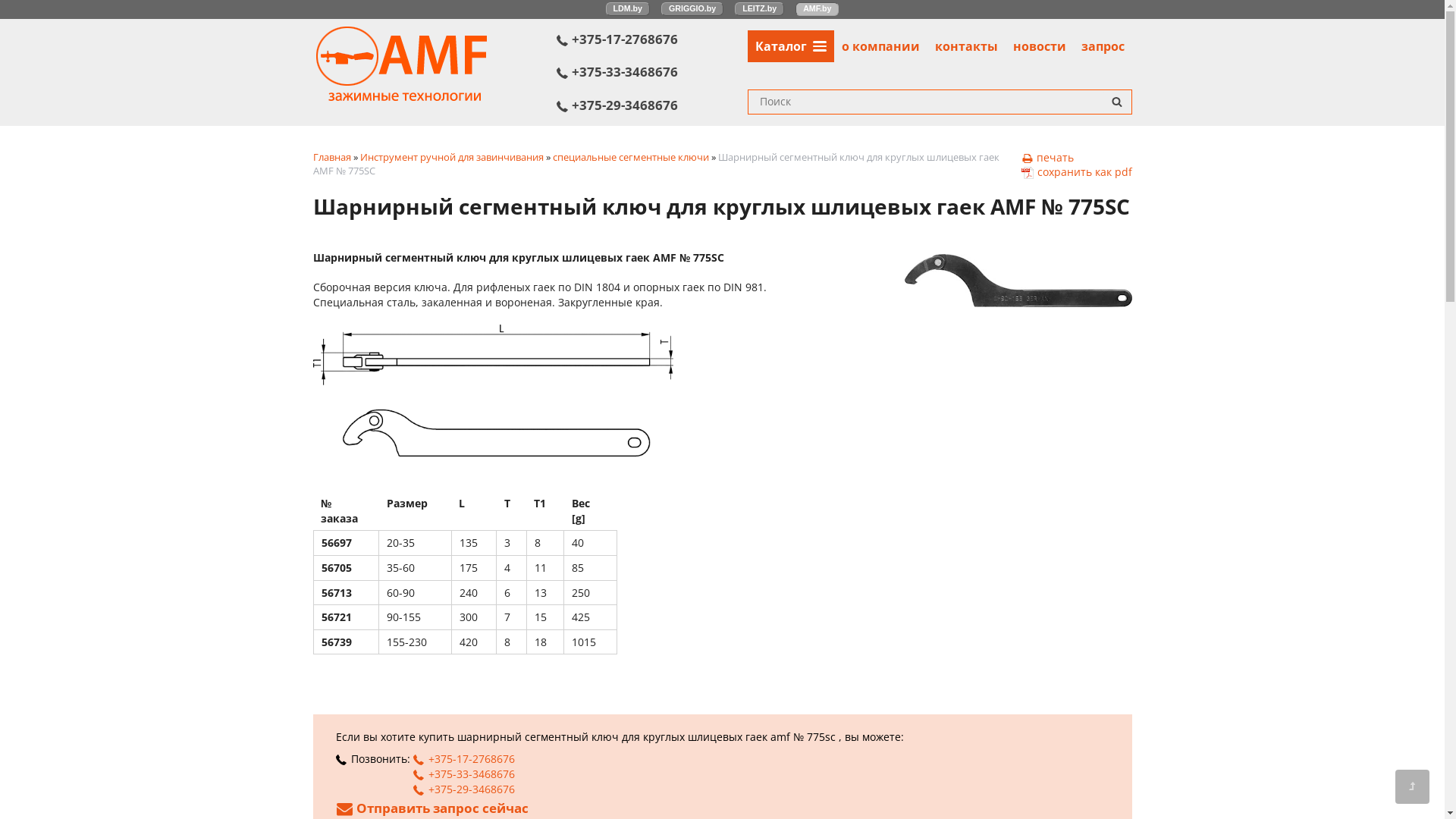 Image resolution: width=1456 pixels, height=819 pixels. Describe the element at coordinates (628, 8) in the screenshot. I see `'LDM.by'` at that location.